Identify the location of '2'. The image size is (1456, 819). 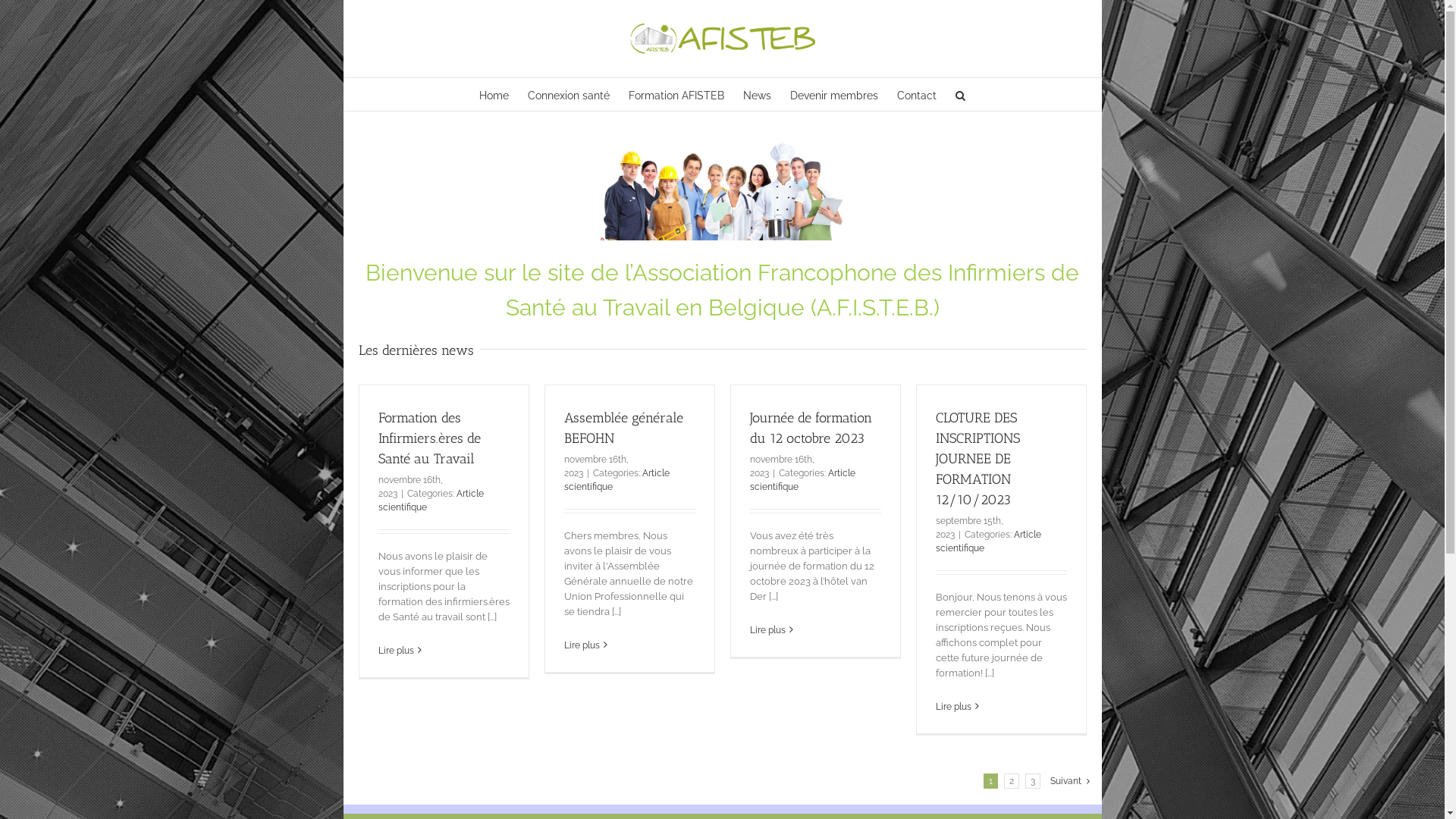
(1012, 780).